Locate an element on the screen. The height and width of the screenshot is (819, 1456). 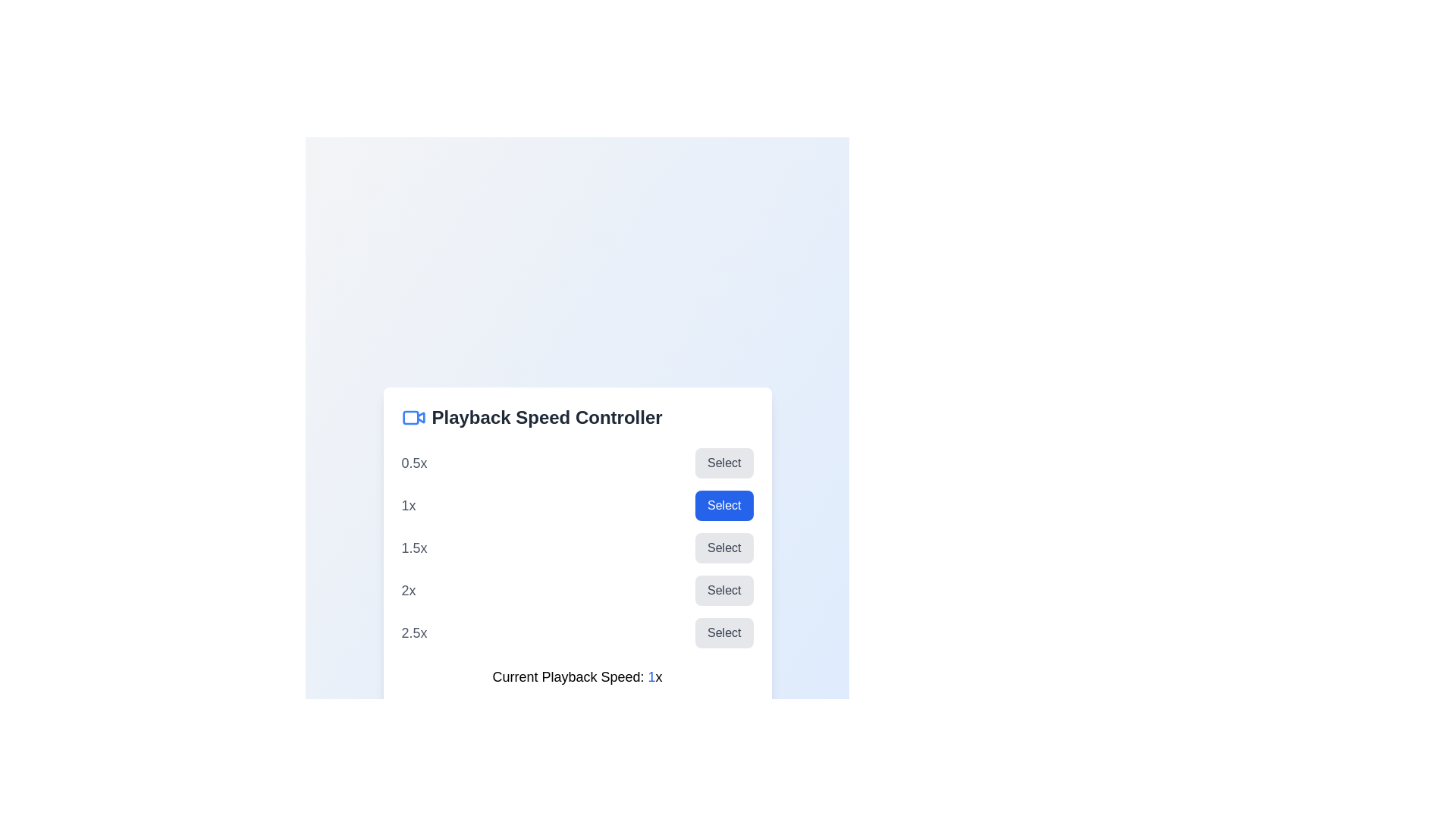
the button used to select the '1.5x' playback speed option, which is positioned to the right of the '1.5x' text label is located at coordinates (723, 548).